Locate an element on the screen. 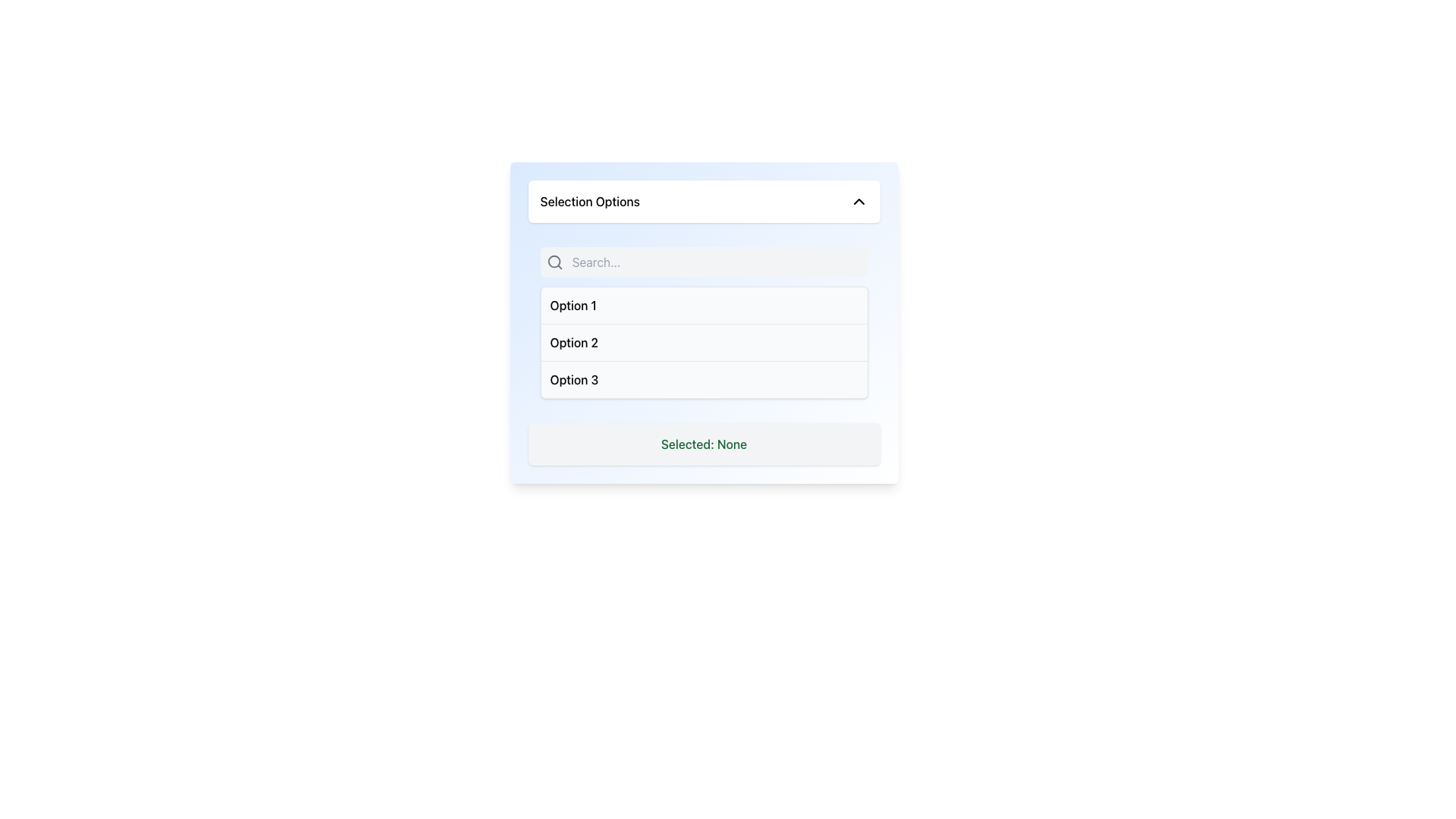  the first list item in the dropdown menu that displays 'Option 1' in bold style is located at coordinates (703, 305).